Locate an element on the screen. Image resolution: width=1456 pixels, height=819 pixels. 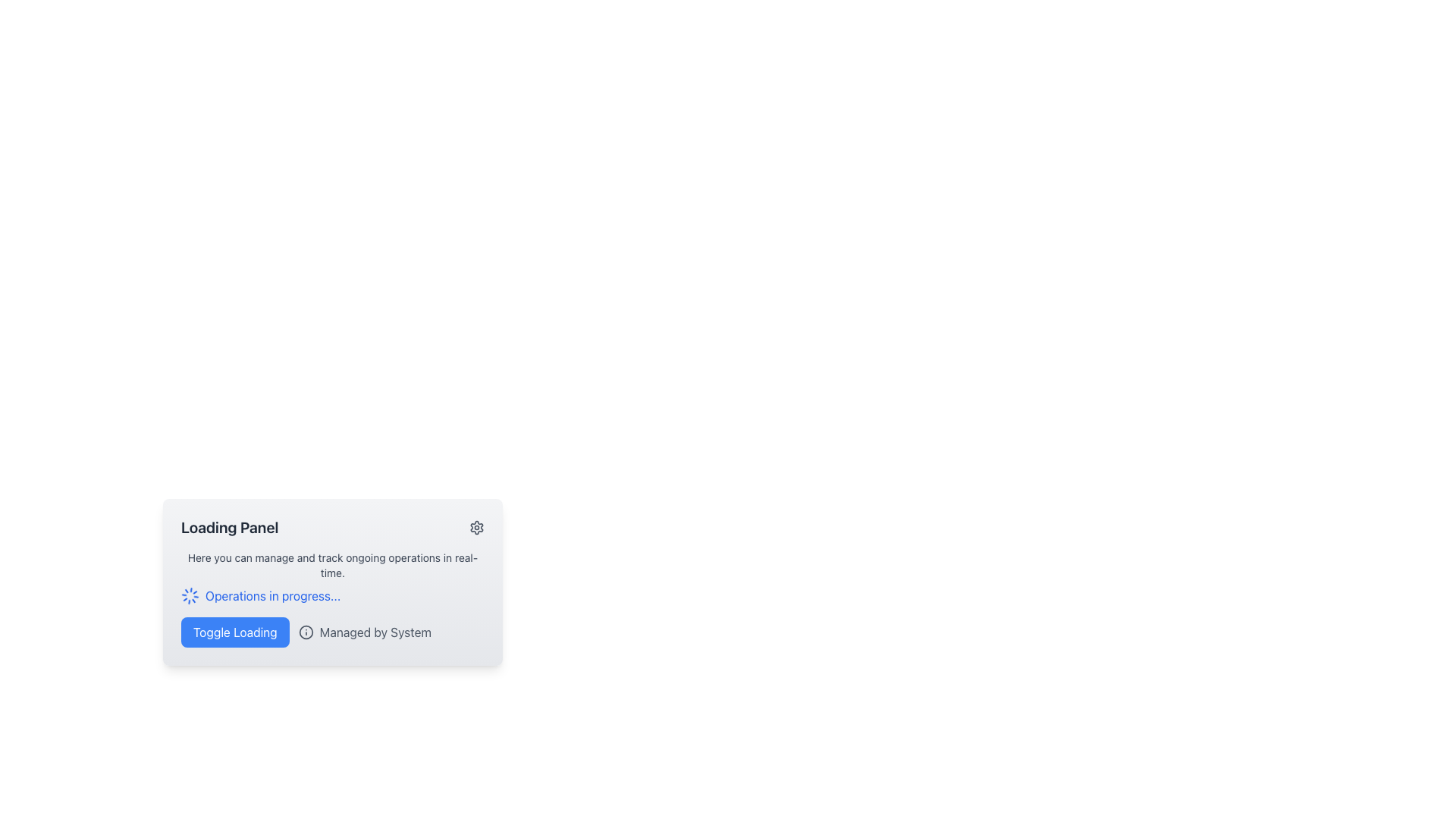
the gear icon located in the top-right corner of the 'Loading Panel' is located at coordinates (475, 526).